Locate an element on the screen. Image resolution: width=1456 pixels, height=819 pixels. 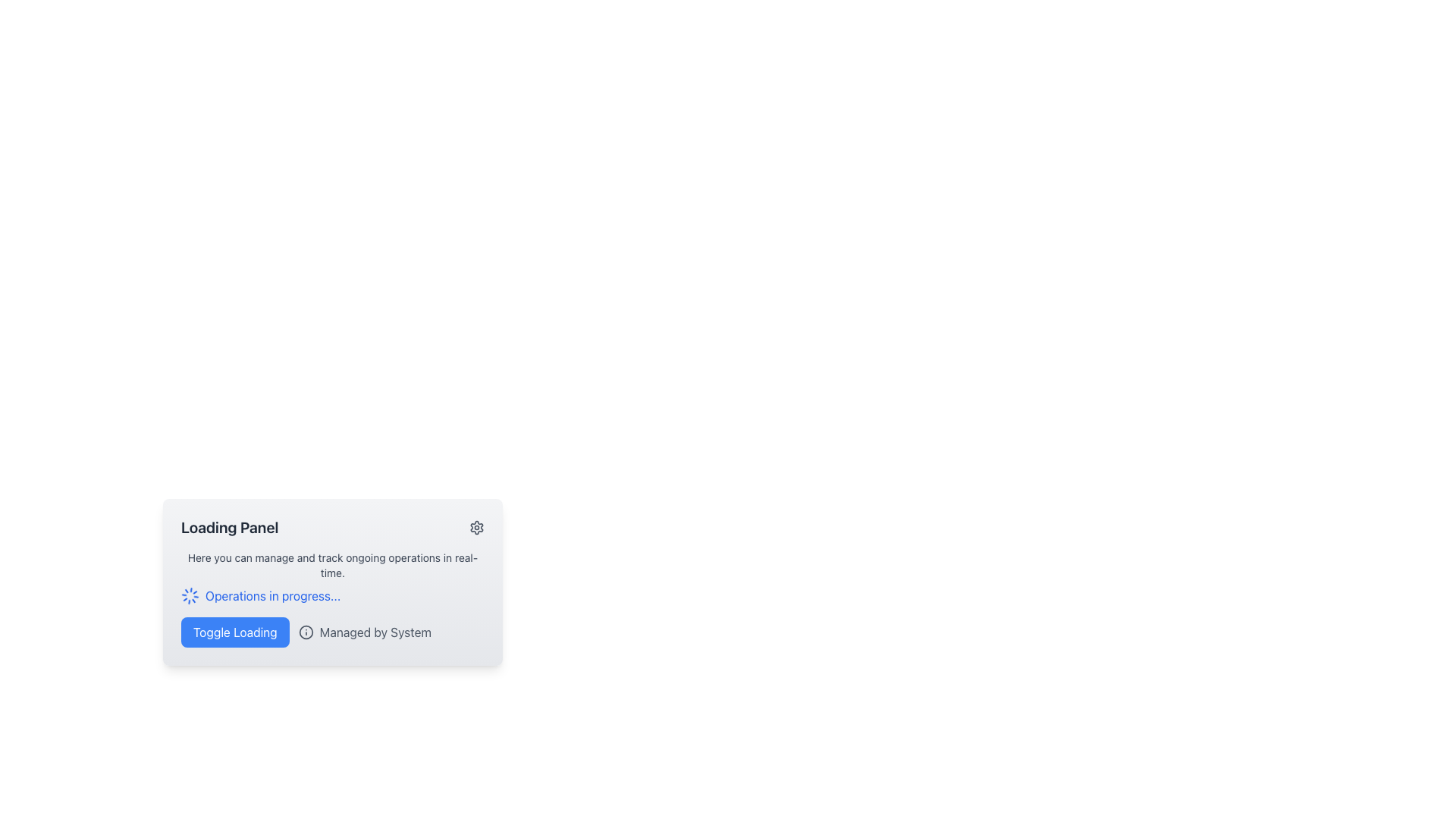
the gear icon located in the top-right corner of the 'Loading Panel' is located at coordinates (475, 526).